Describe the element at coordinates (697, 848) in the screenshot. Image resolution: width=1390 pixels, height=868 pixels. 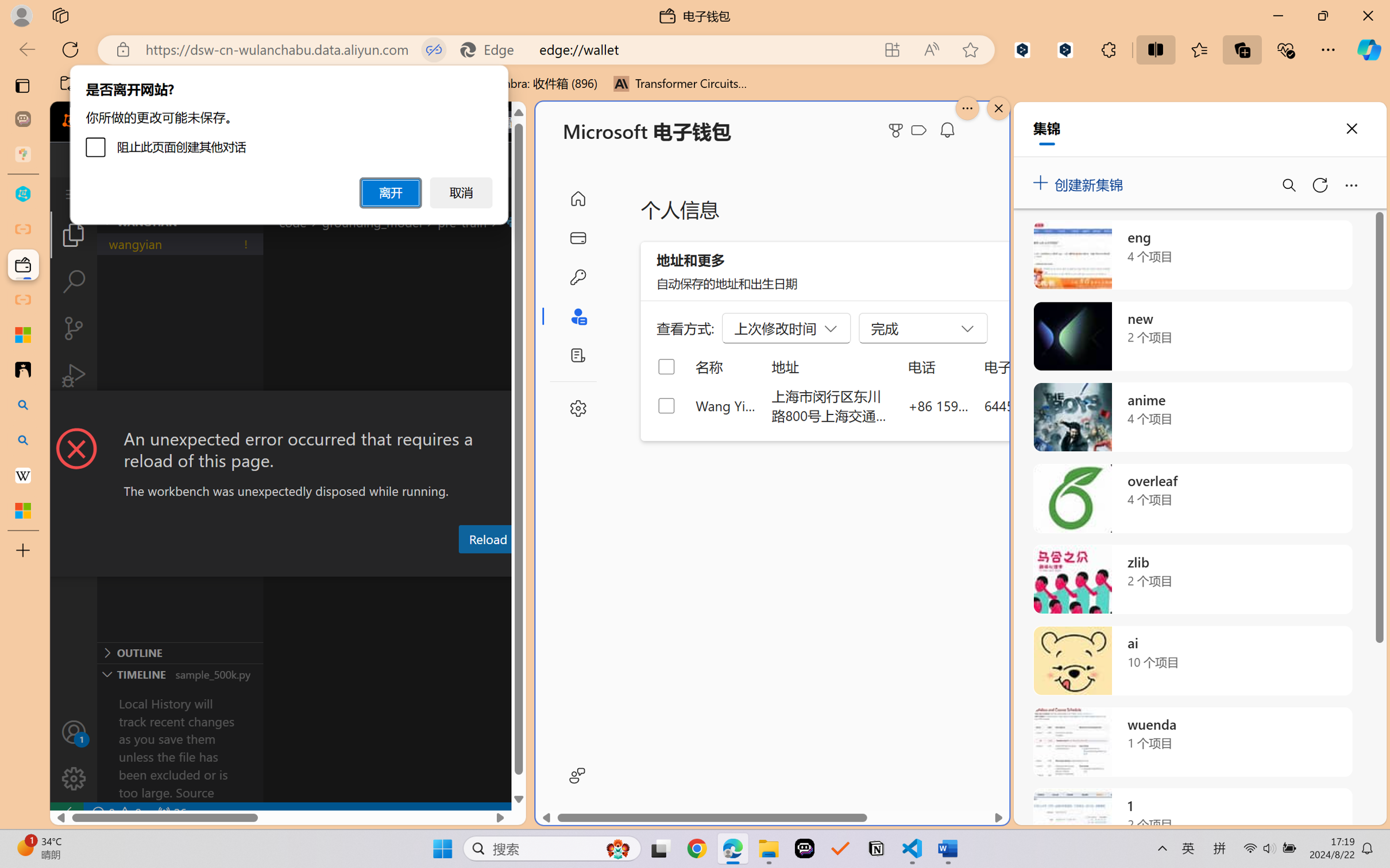
I see `'Google Chrome'` at that location.